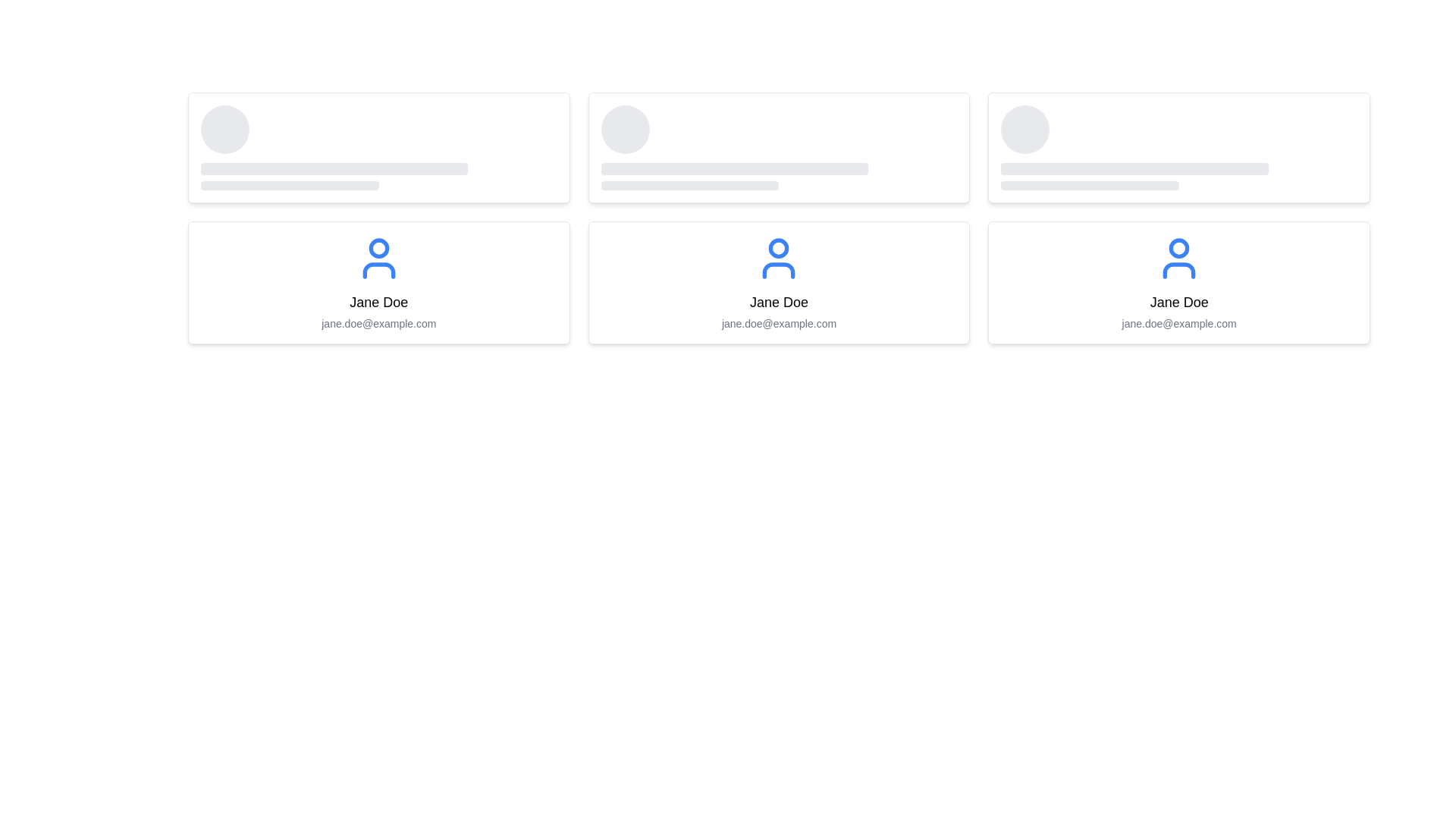 The height and width of the screenshot is (819, 1456). Describe the element at coordinates (1178, 283) in the screenshot. I see `the user overview card located in the last column of the second row` at that location.